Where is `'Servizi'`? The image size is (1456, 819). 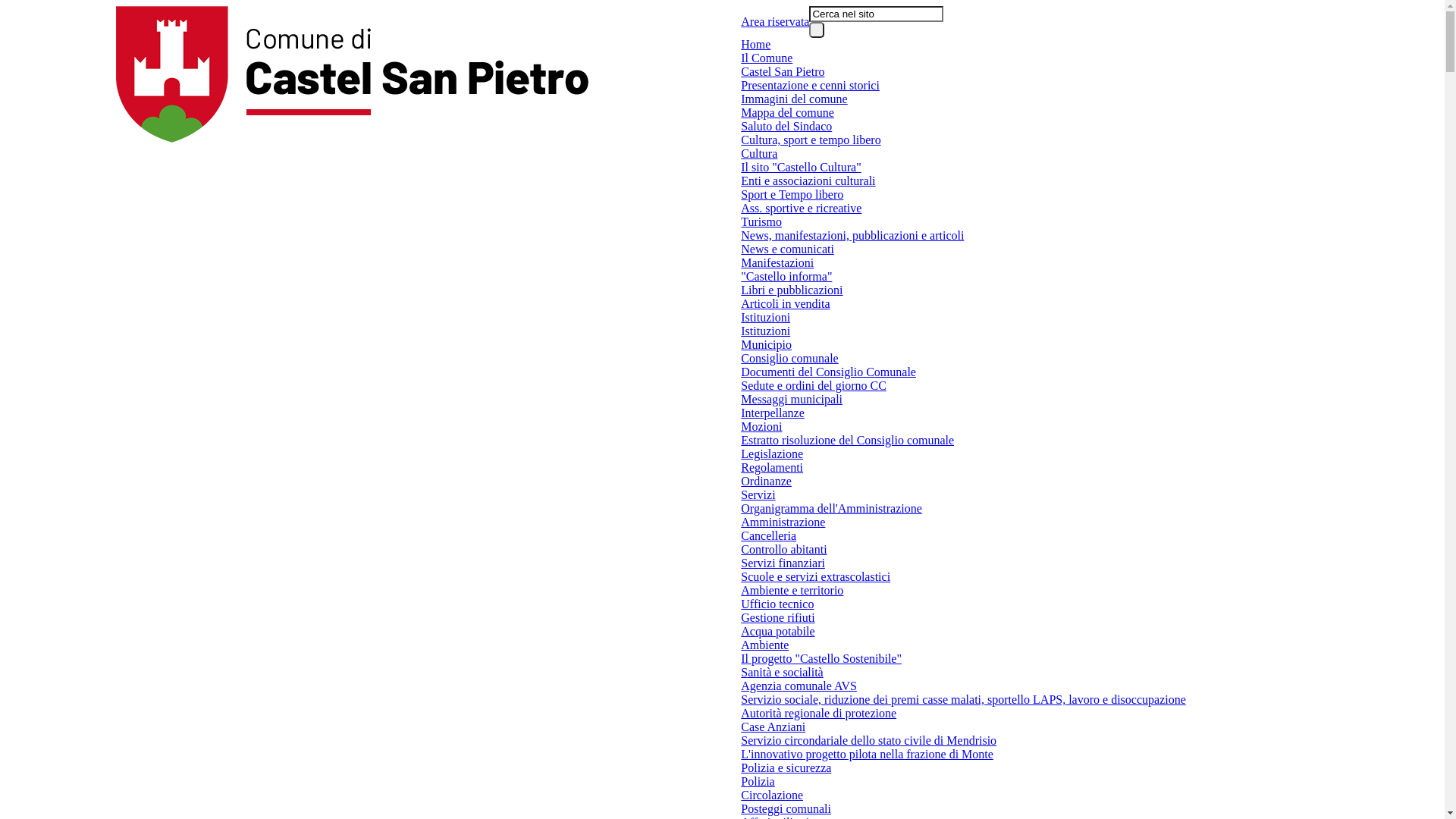 'Servizi' is located at coordinates (758, 494).